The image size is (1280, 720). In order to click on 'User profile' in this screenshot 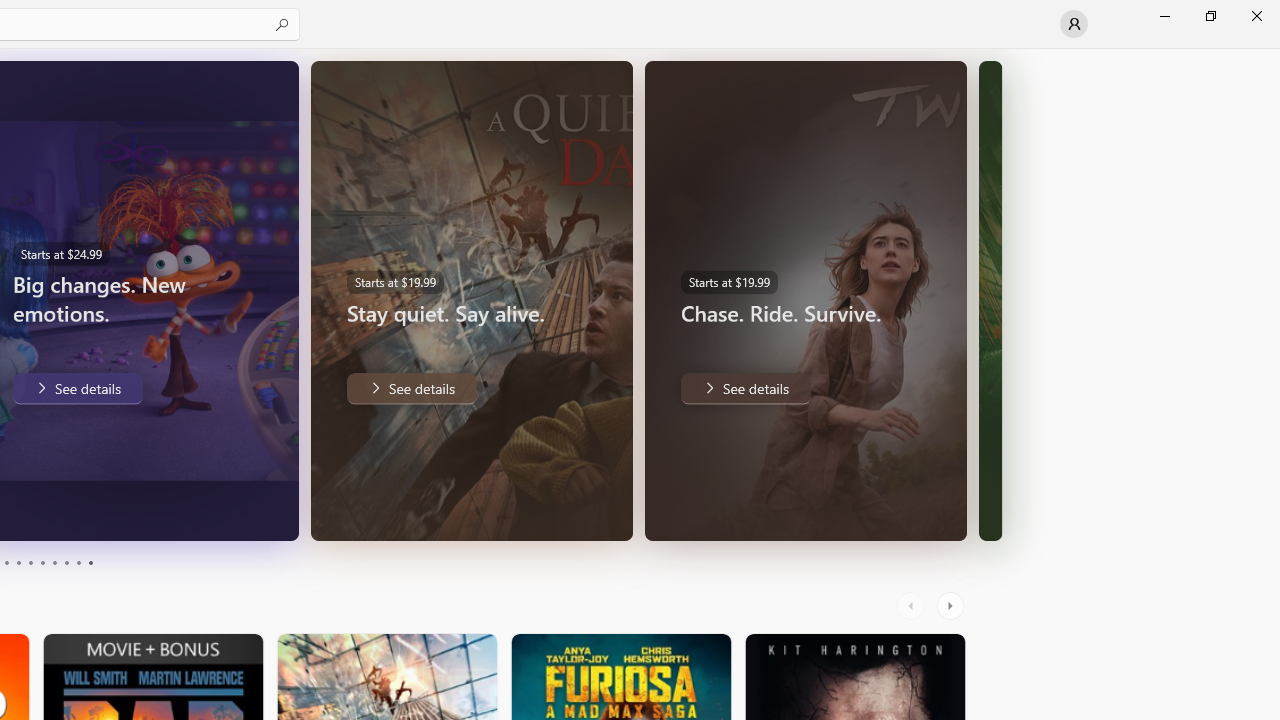, I will do `click(1072, 24)`.